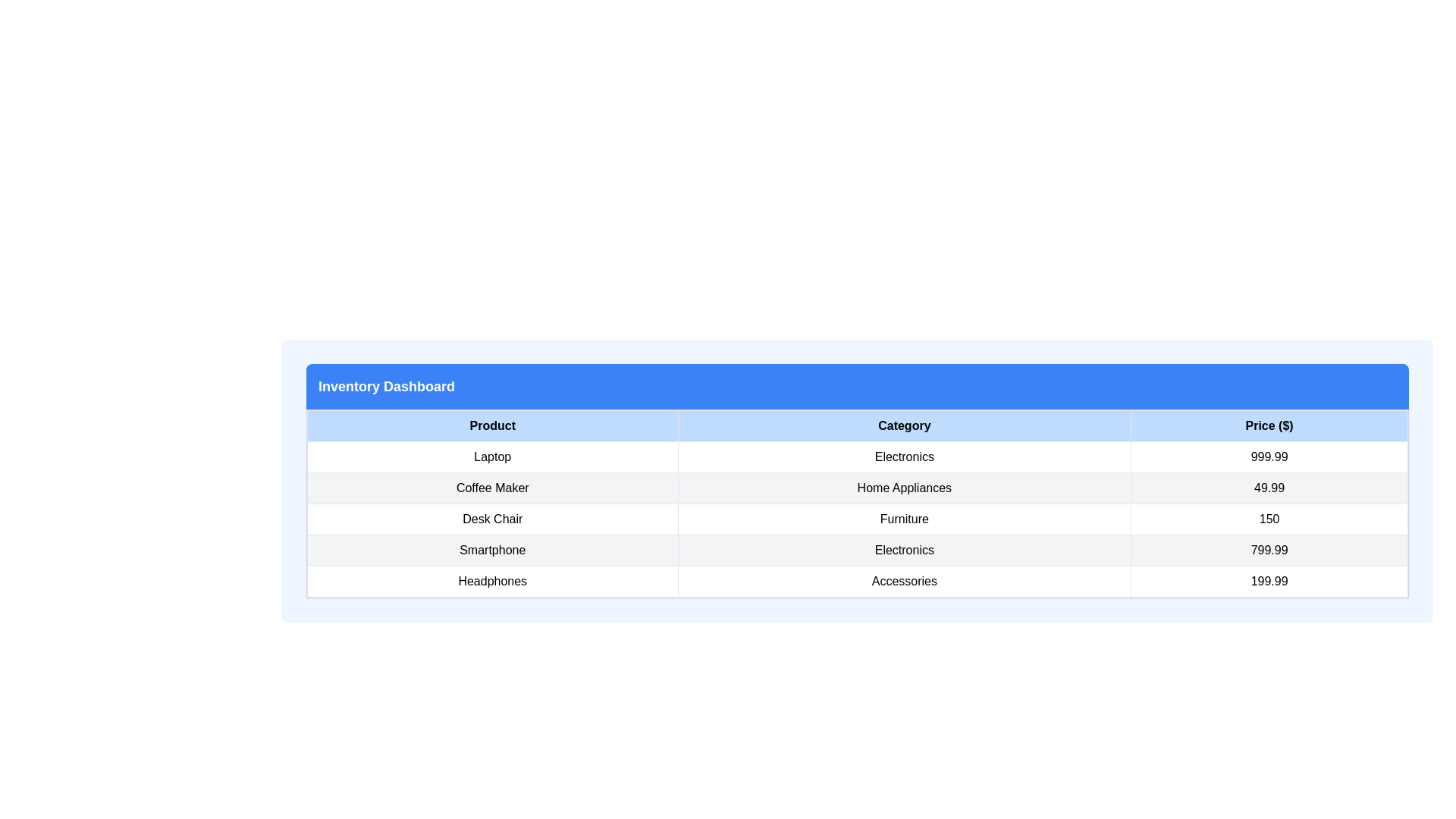 Image resolution: width=1456 pixels, height=819 pixels. I want to click on text content of the 'Smartphone' label, which is a bold text label in the fourth row of the 'Product' column in the Inventory Dashboard, so click(492, 550).